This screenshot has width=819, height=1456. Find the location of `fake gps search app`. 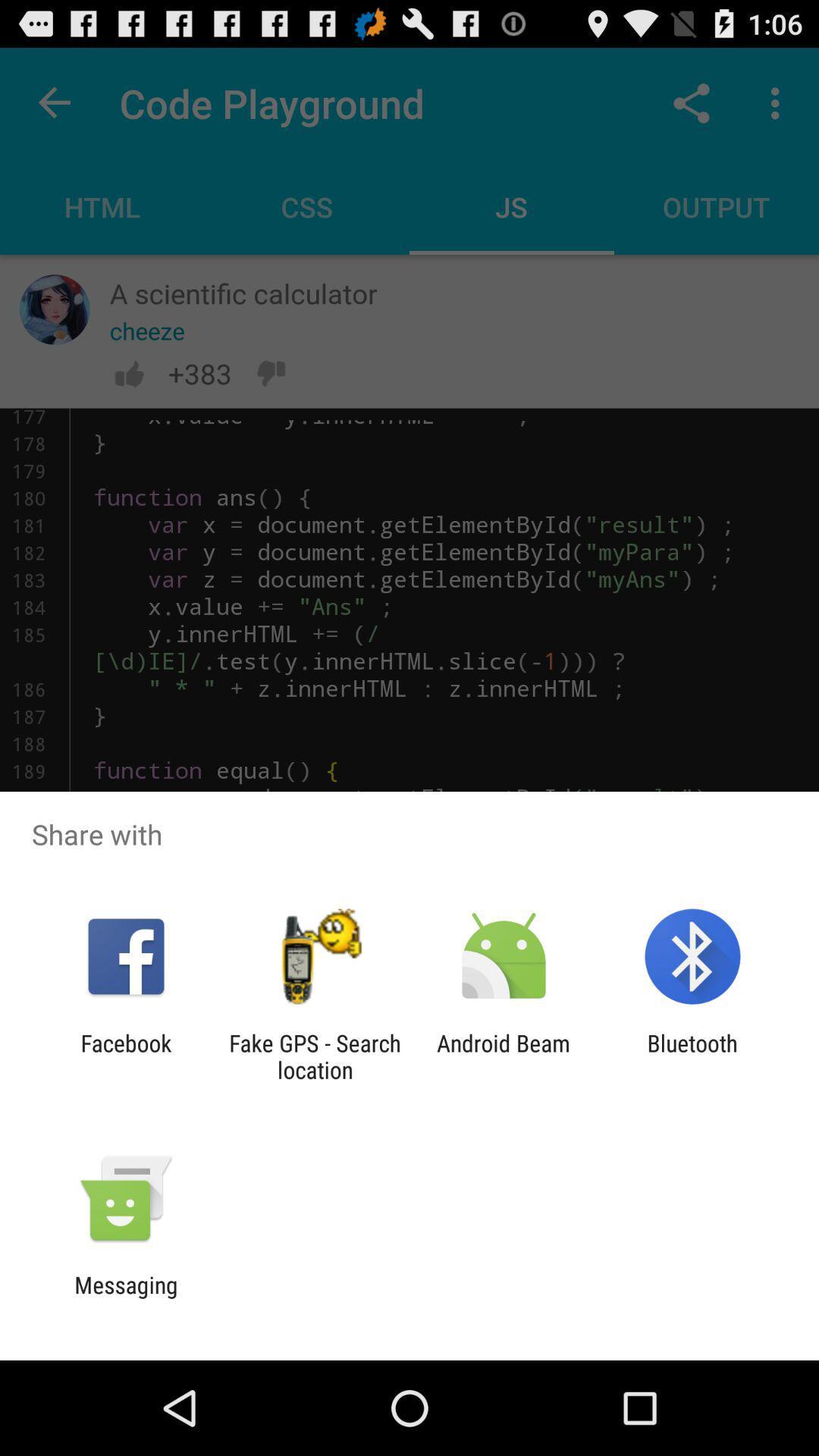

fake gps search app is located at coordinates (314, 1056).